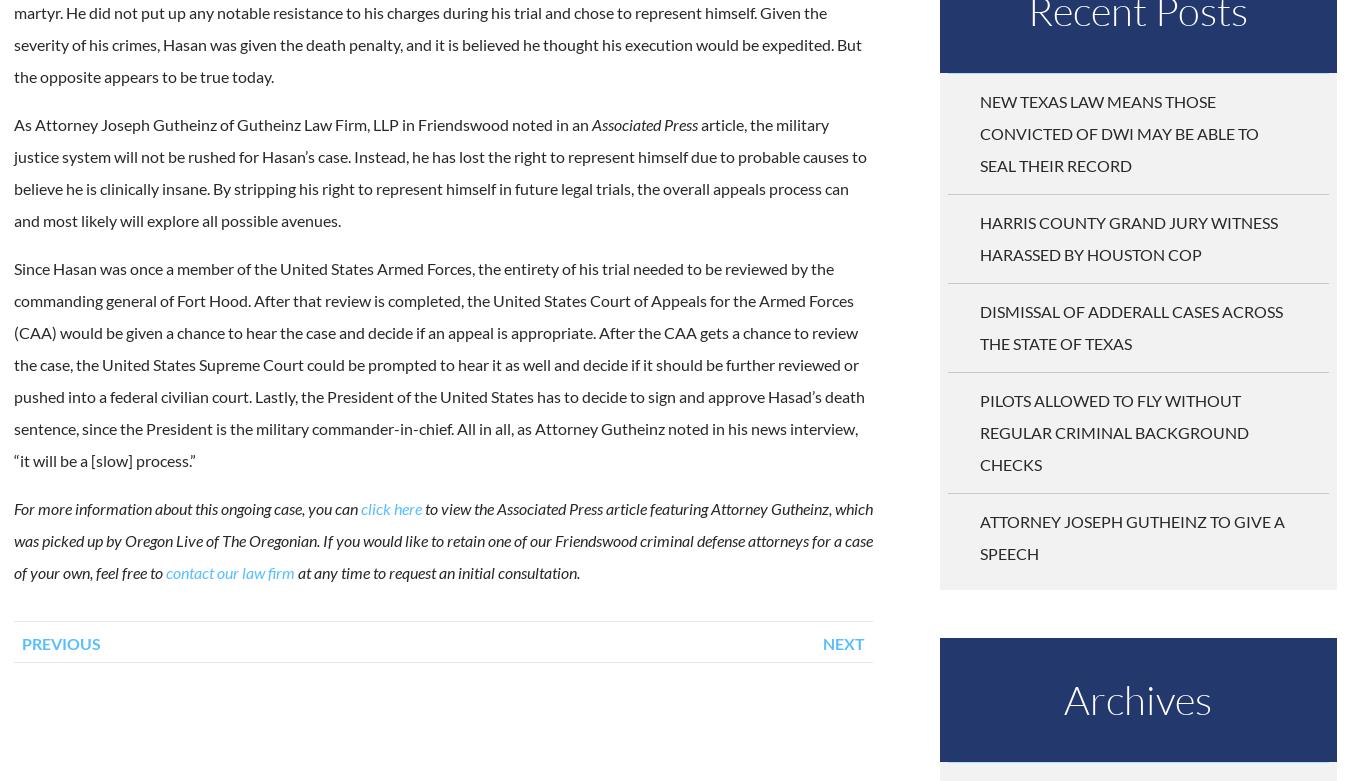 The image size is (1350, 781). I want to click on 'Previous', so click(59, 642).